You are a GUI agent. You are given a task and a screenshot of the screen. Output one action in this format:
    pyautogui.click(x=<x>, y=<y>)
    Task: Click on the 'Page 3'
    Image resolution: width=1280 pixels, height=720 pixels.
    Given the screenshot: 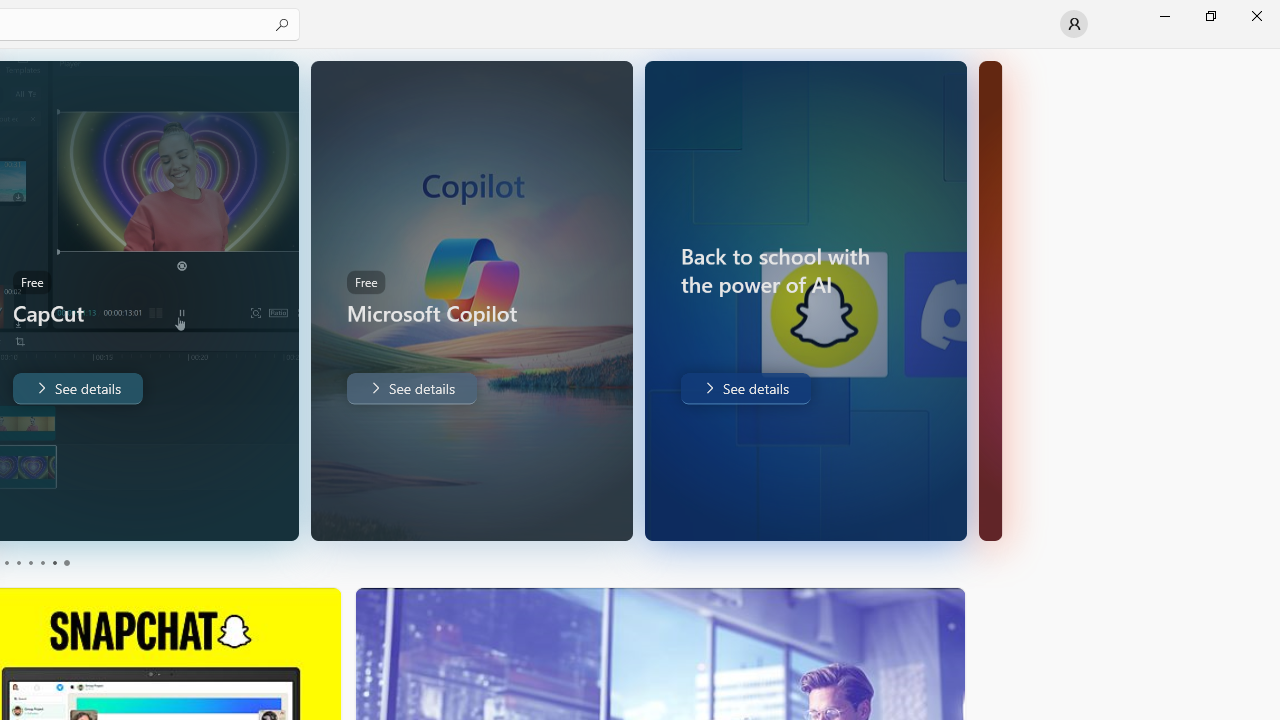 What is the action you would take?
    pyautogui.click(x=30, y=563)
    